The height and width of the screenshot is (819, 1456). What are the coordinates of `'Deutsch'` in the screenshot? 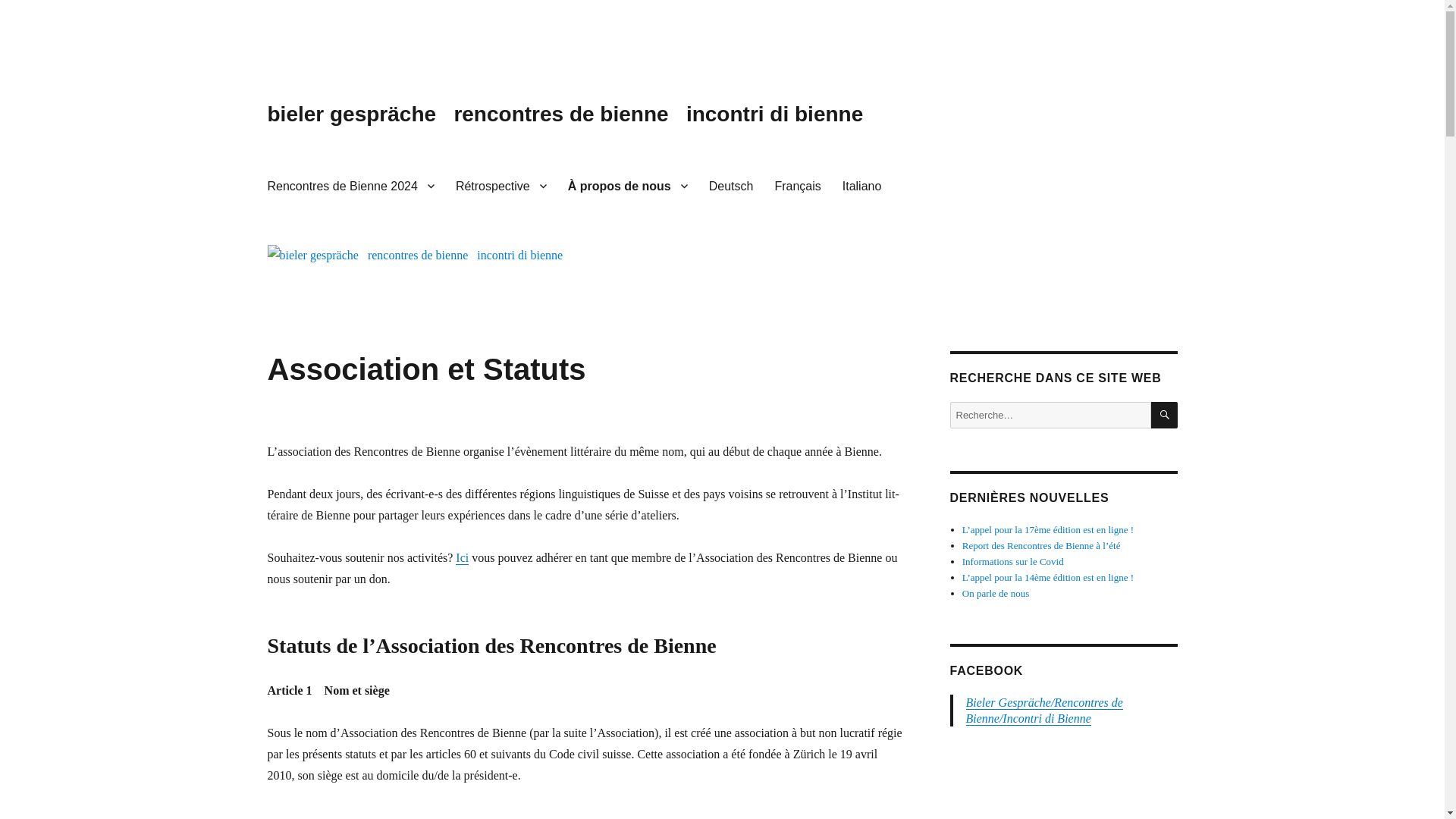 It's located at (698, 185).